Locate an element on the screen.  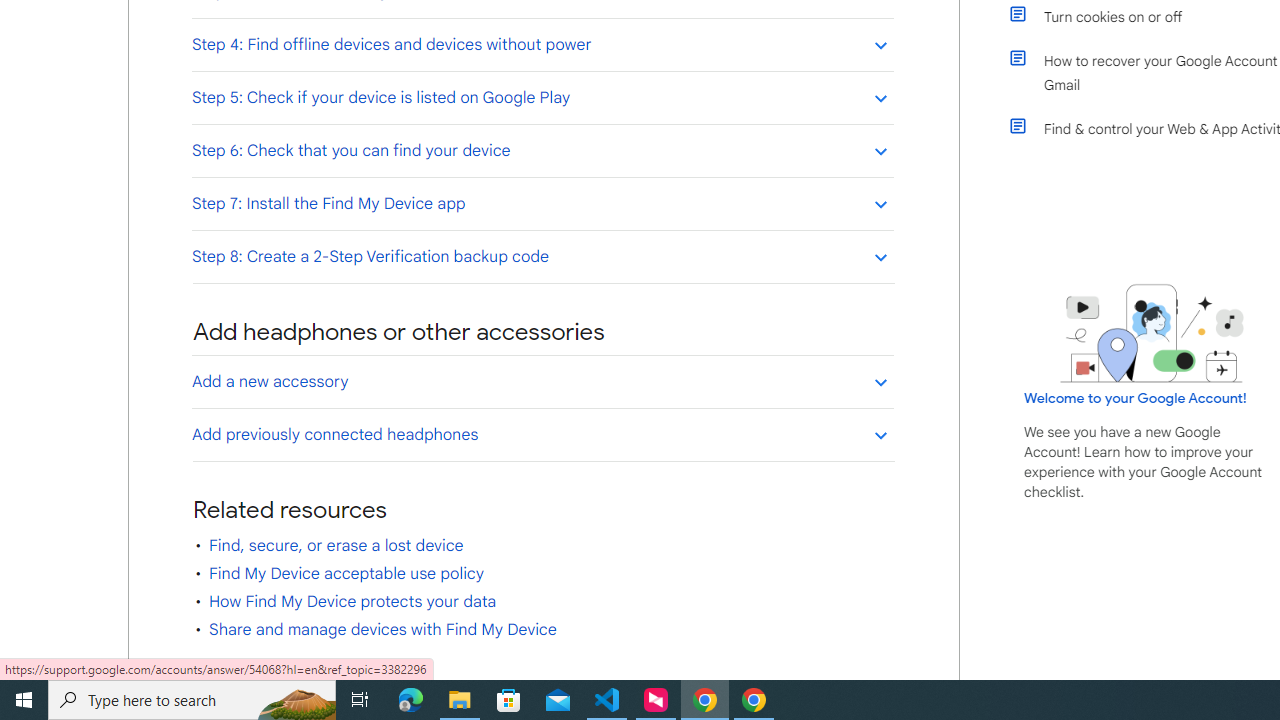
'Share and manage devices with Find My Device' is located at coordinates (382, 630).